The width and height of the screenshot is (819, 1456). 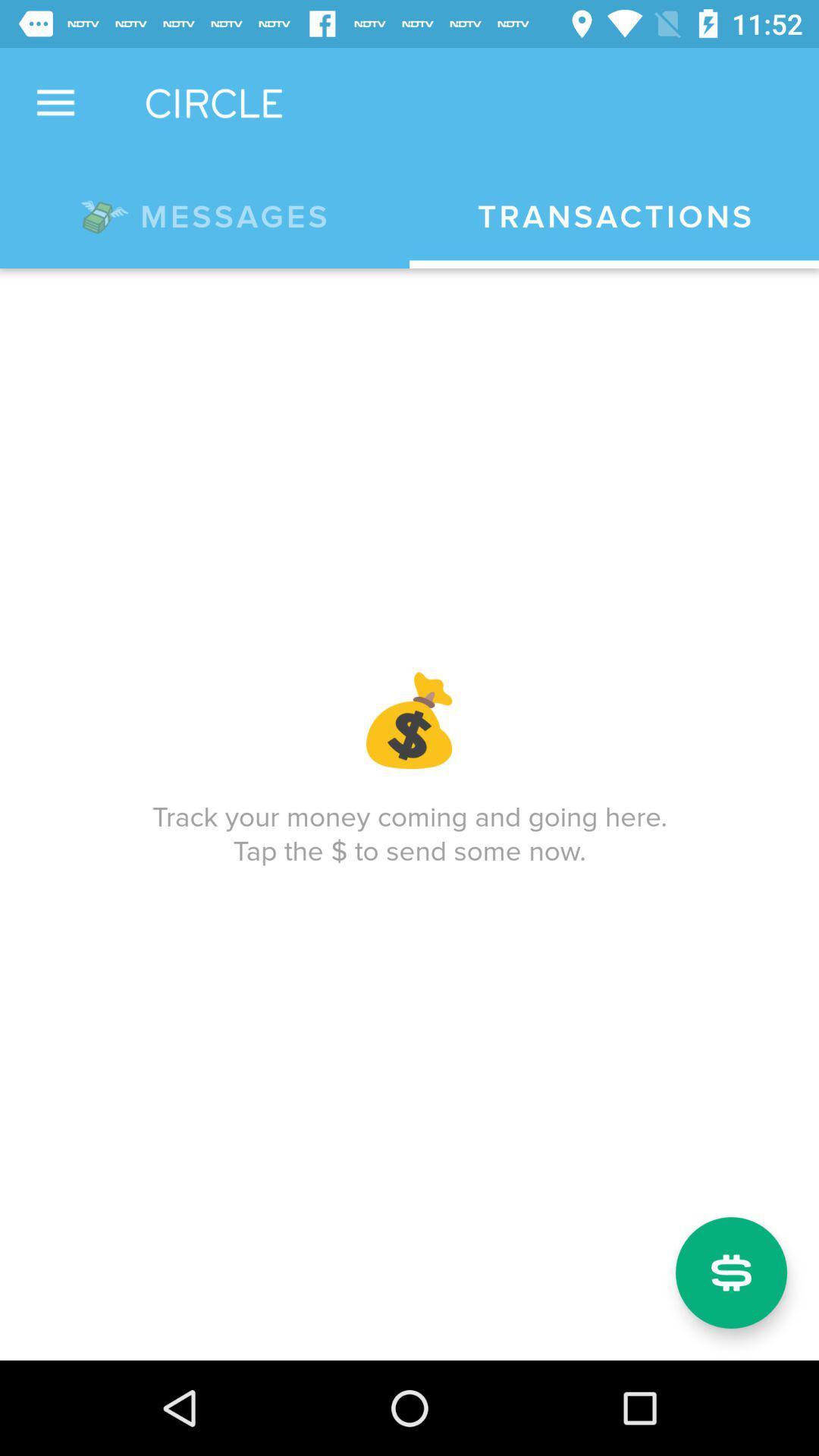 I want to click on the *messages, so click(x=205, y=213).